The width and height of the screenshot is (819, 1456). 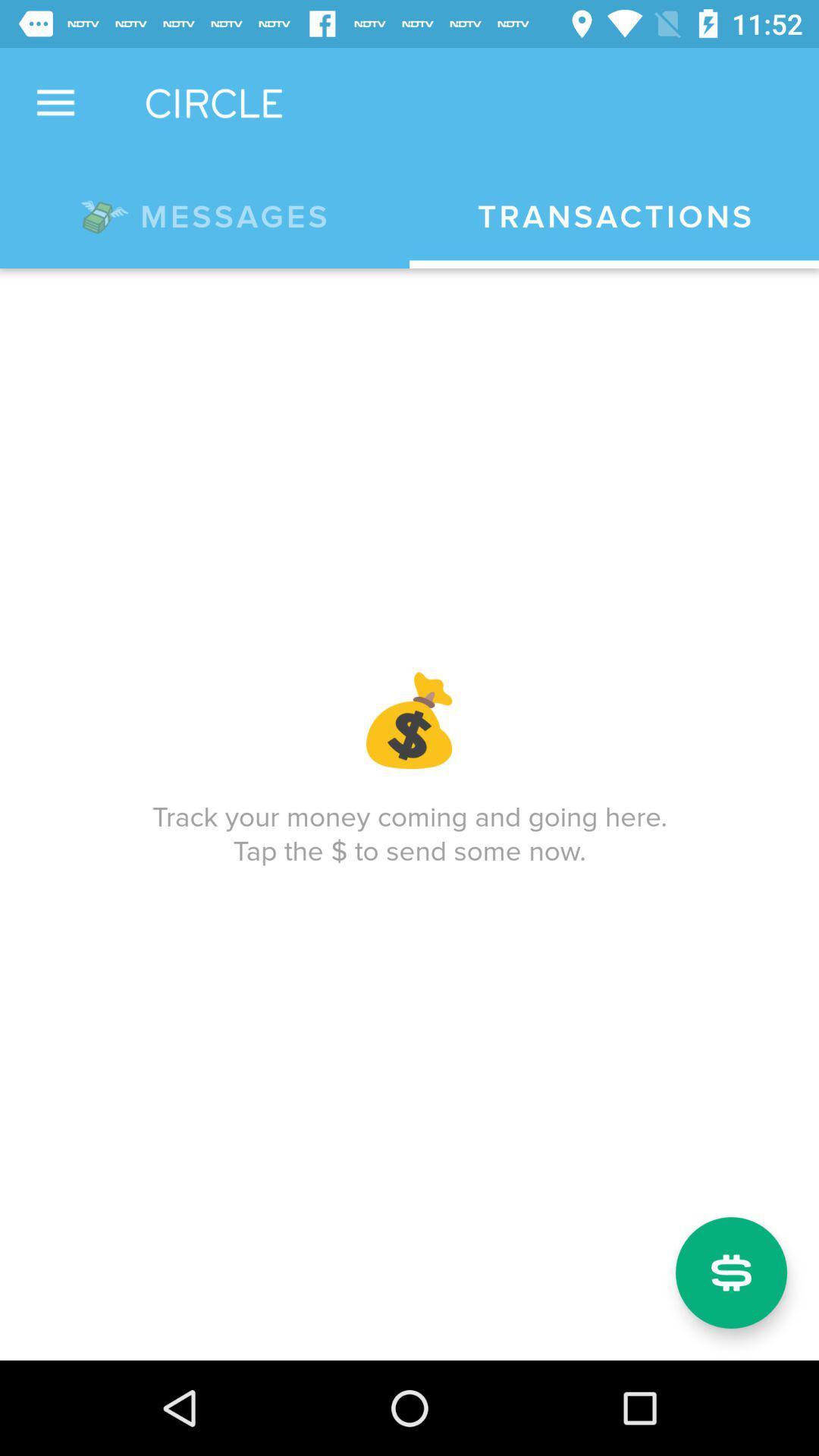 I want to click on the *messages, so click(x=205, y=213).